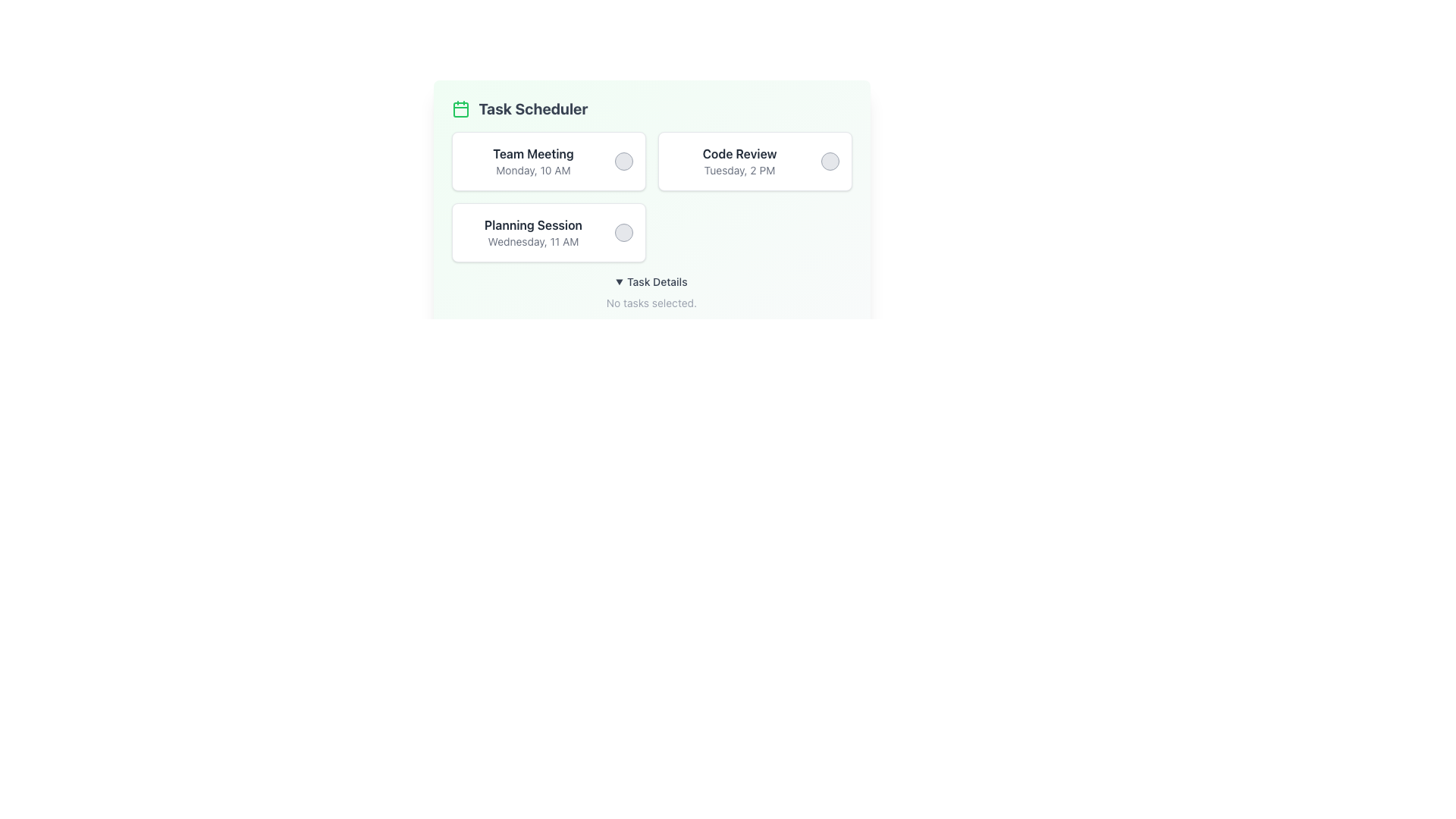 This screenshot has width=1456, height=819. What do you see at coordinates (533, 108) in the screenshot?
I see `text label that serves as a header for the task scheduling feature, located to the right of the calendar icon and centered at the top of the interface layout` at bounding box center [533, 108].